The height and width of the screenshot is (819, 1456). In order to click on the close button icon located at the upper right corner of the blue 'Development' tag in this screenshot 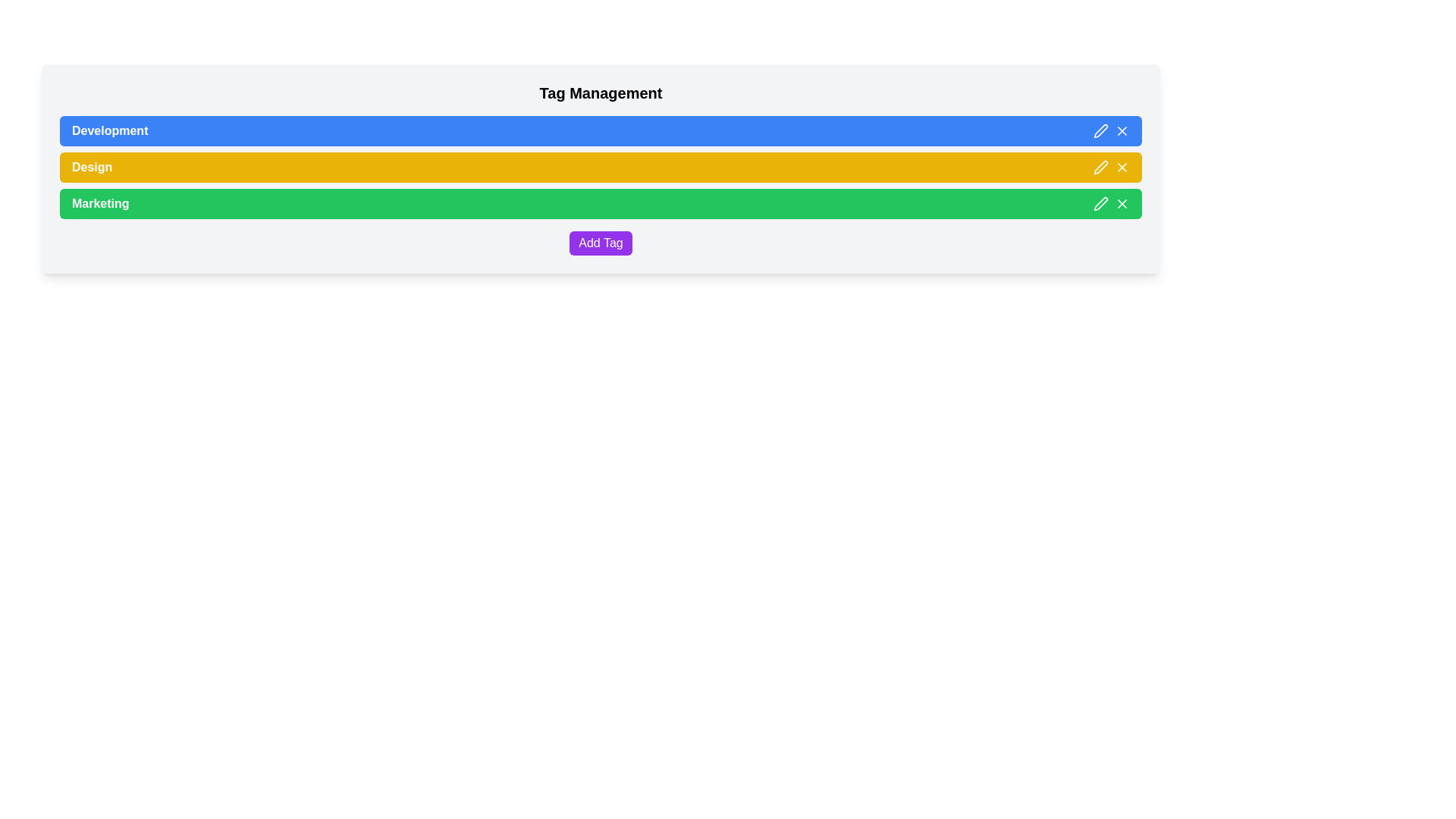, I will do `click(1122, 130)`.